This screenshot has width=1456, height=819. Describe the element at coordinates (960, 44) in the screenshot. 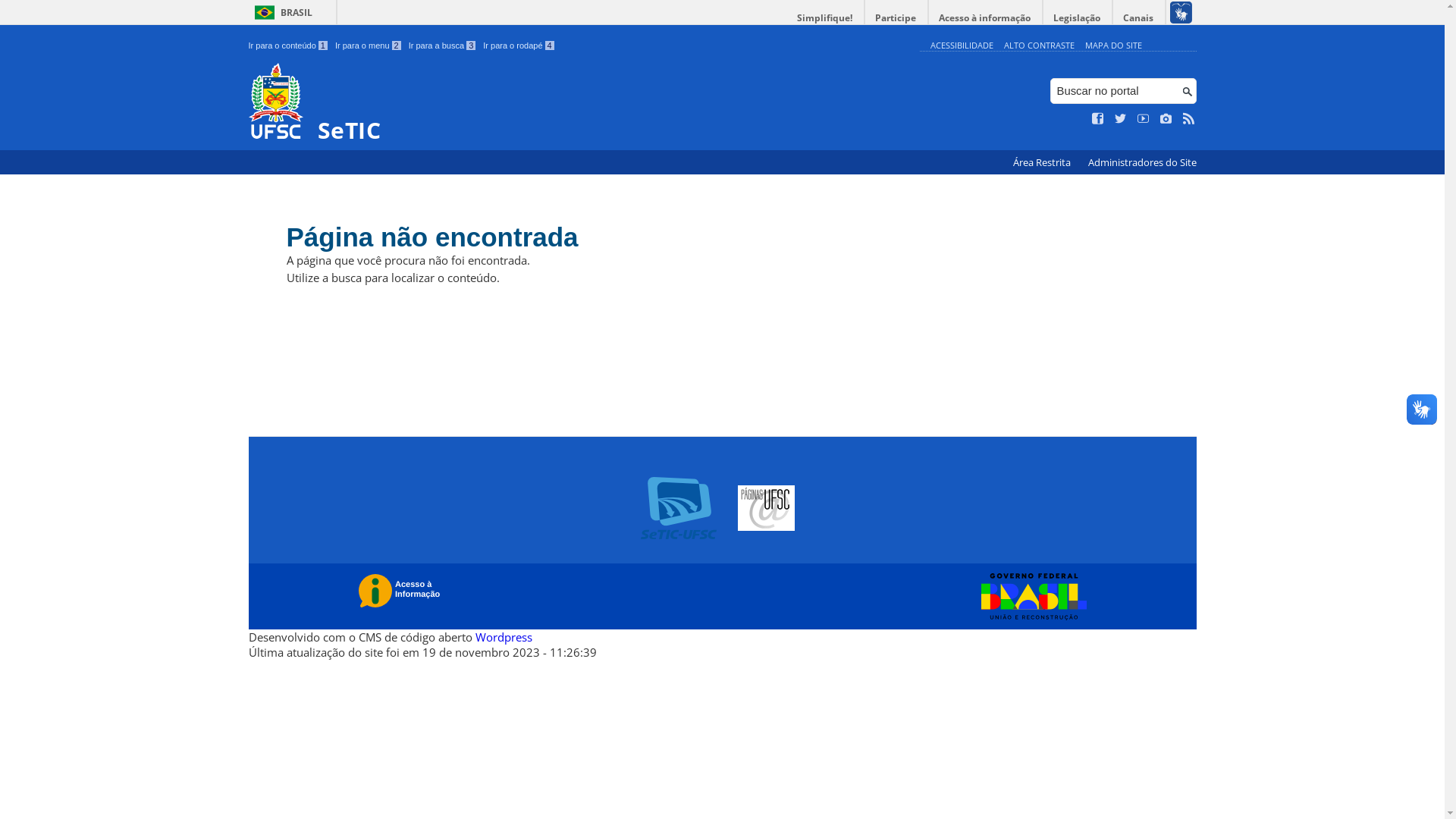

I see `'ACESSIBILIDADE'` at that location.